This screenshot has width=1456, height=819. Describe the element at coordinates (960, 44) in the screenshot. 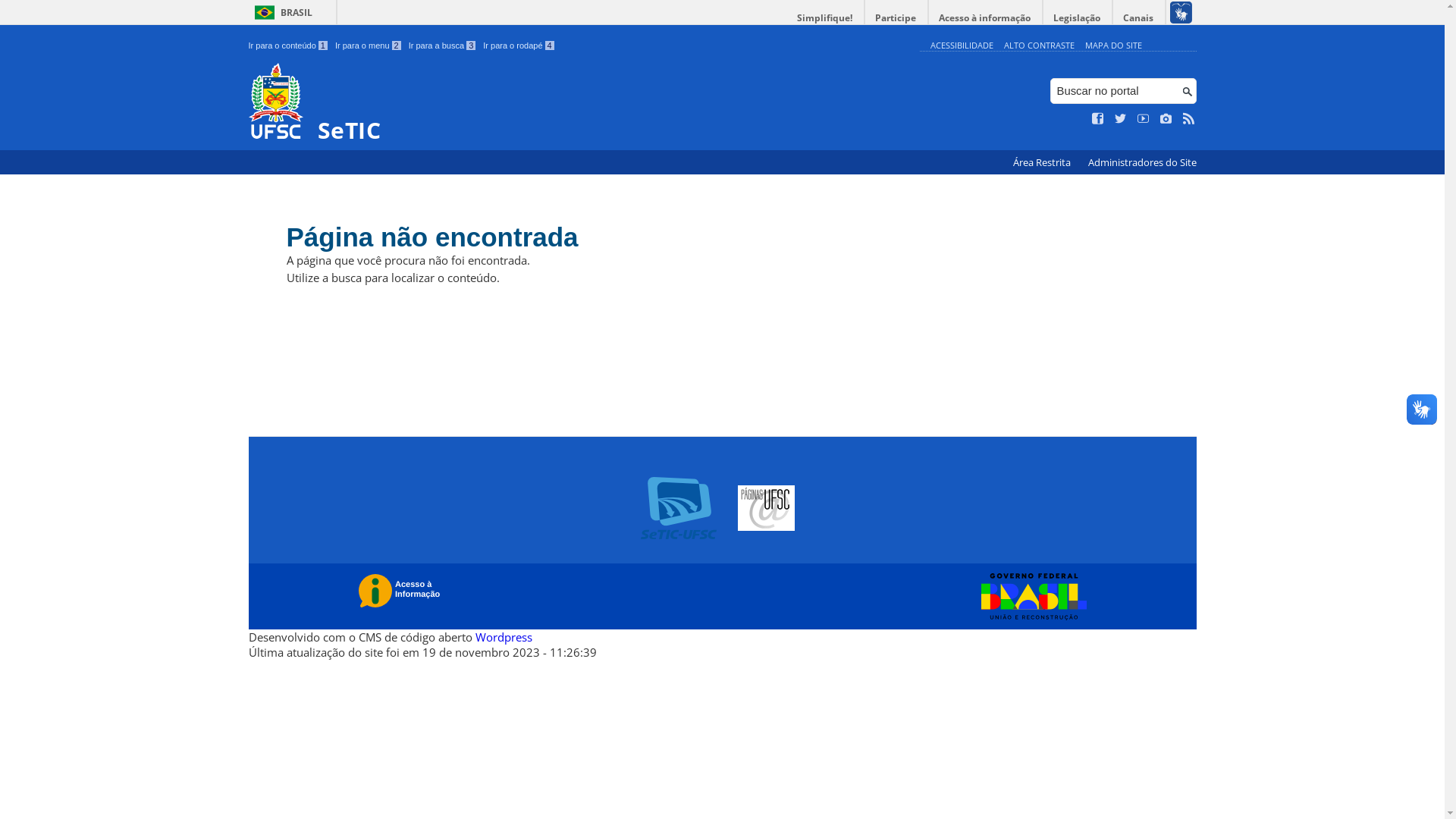

I see `'ACESSIBILIDADE'` at that location.